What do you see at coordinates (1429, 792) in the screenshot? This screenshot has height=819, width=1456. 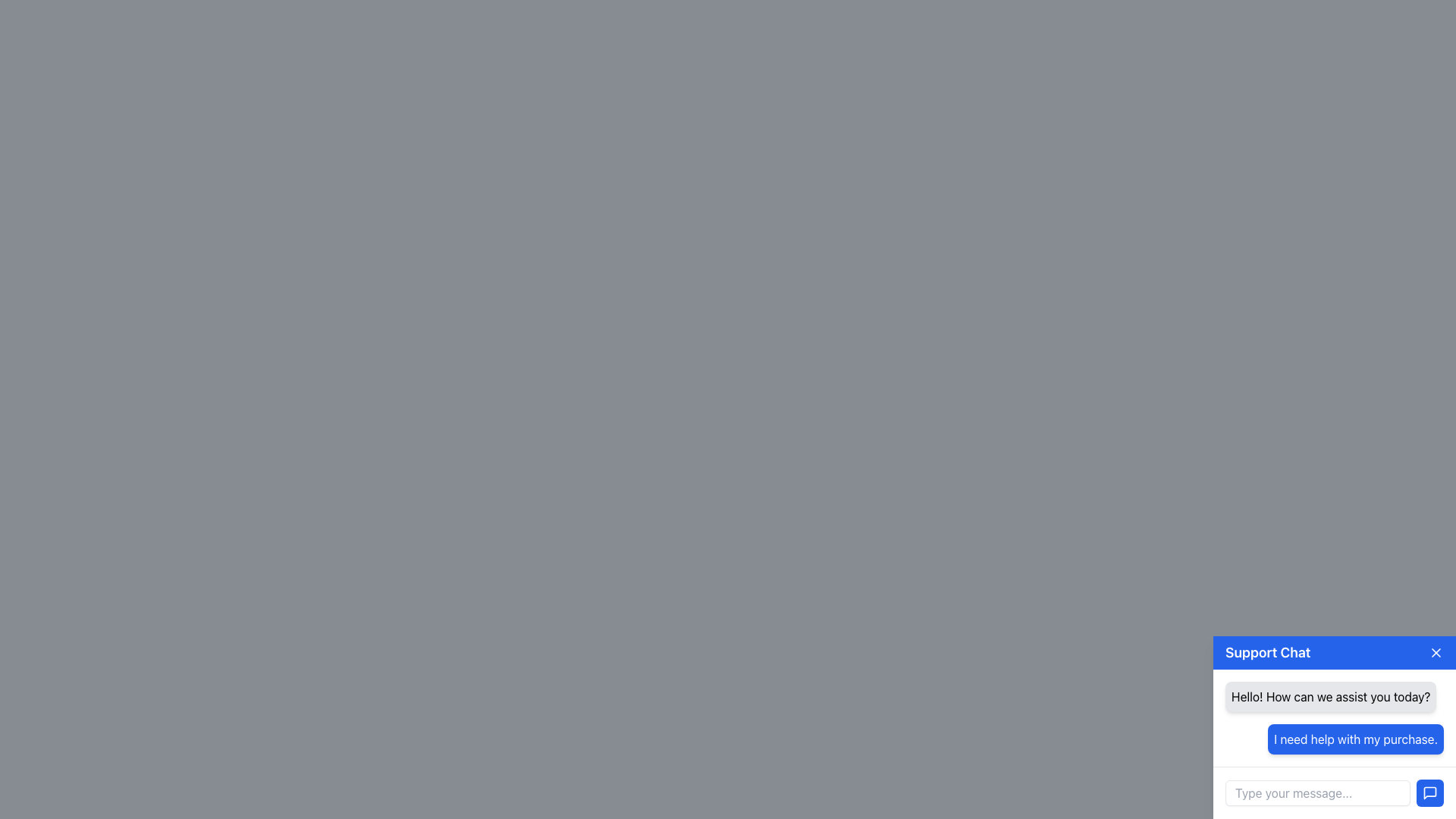 I see `the stylized speech bubble icon located at the bottom right corner of the support chat widget to interact with it` at bounding box center [1429, 792].